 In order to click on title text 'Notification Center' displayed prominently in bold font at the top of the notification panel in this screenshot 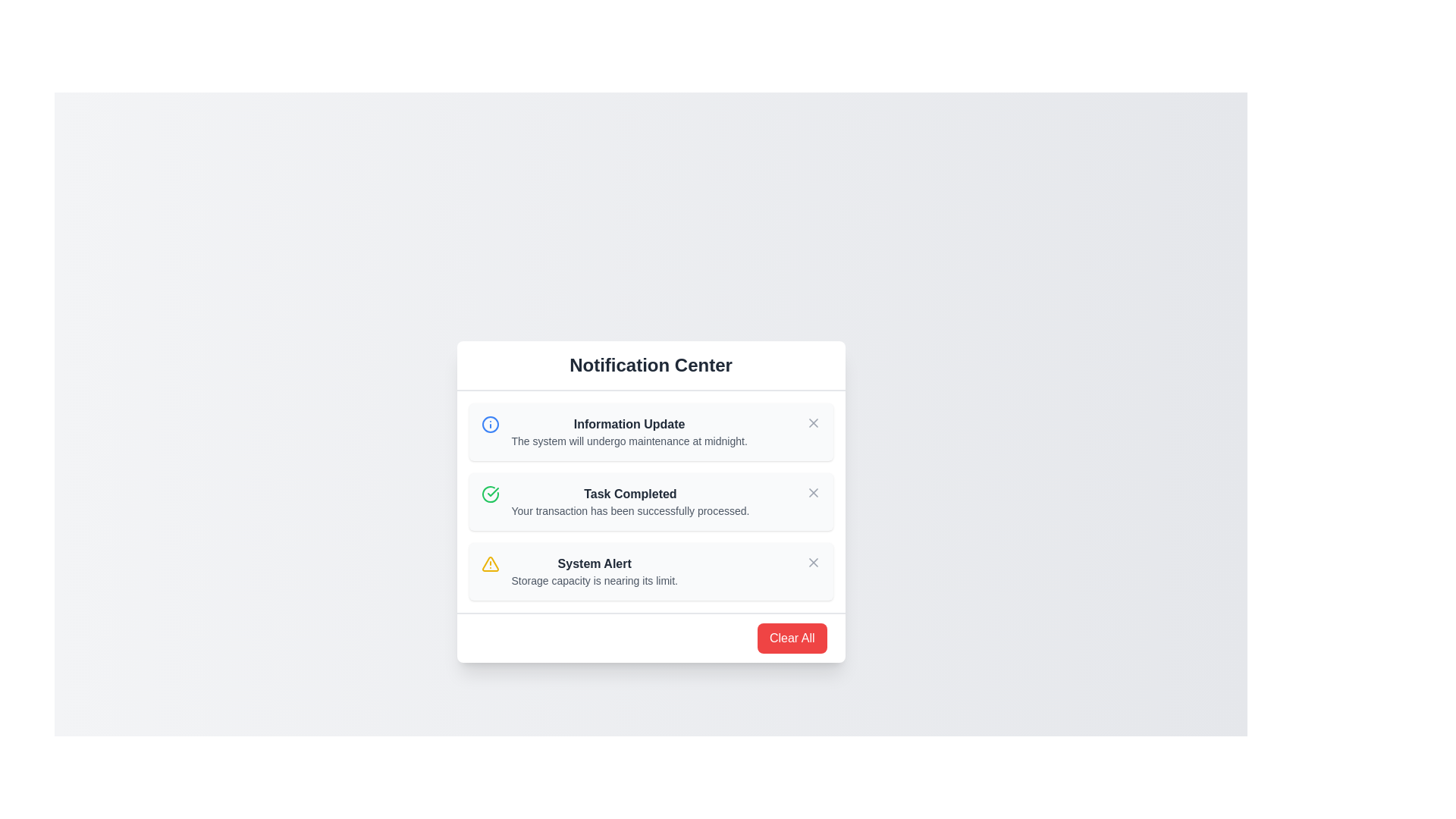, I will do `click(651, 366)`.